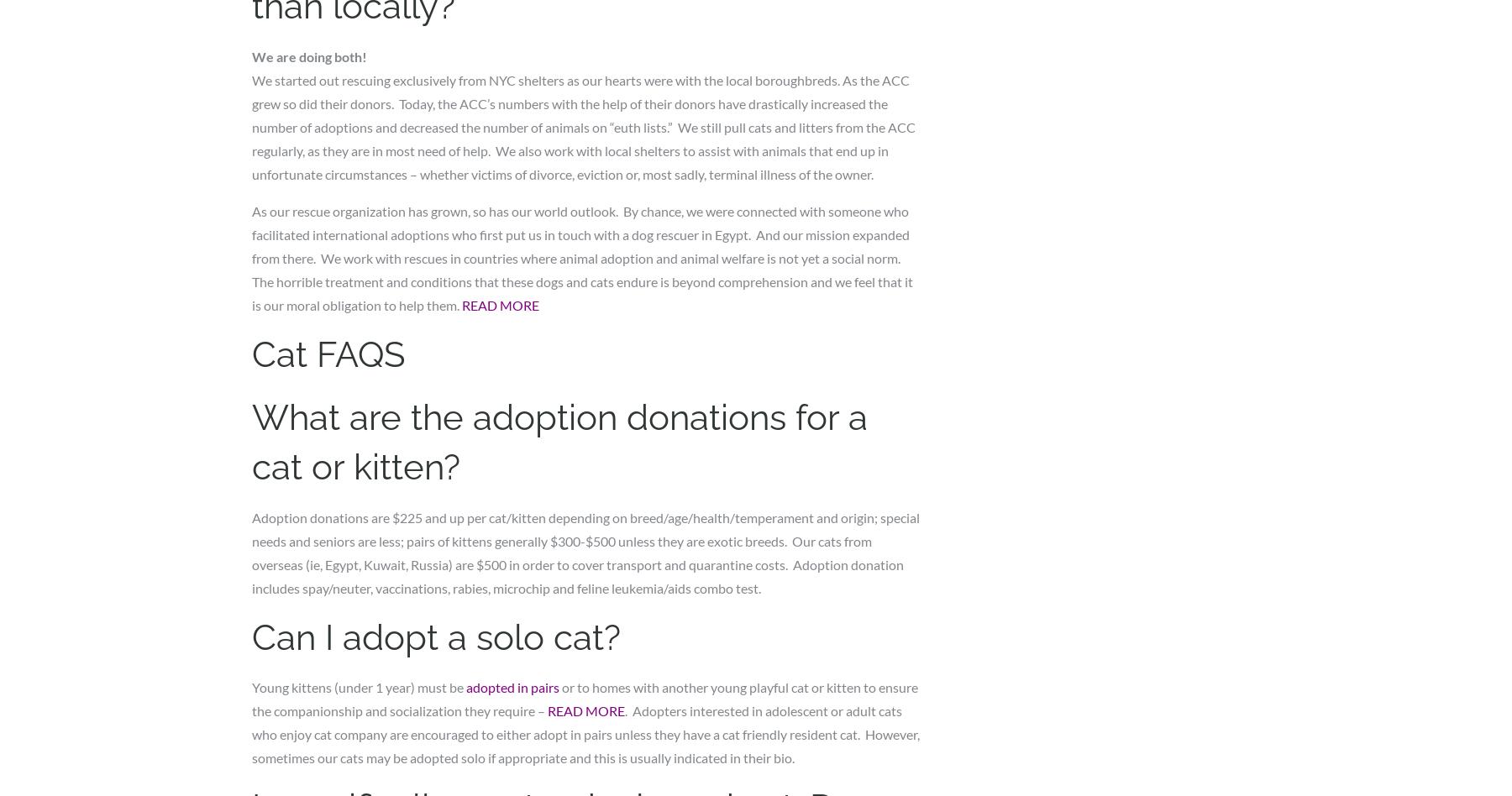 Image resolution: width=1512 pixels, height=796 pixels. What do you see at coordinates (251, 353) in the screenshot?
I see `'Cat FAQS'` at bounding box center [251, 353].